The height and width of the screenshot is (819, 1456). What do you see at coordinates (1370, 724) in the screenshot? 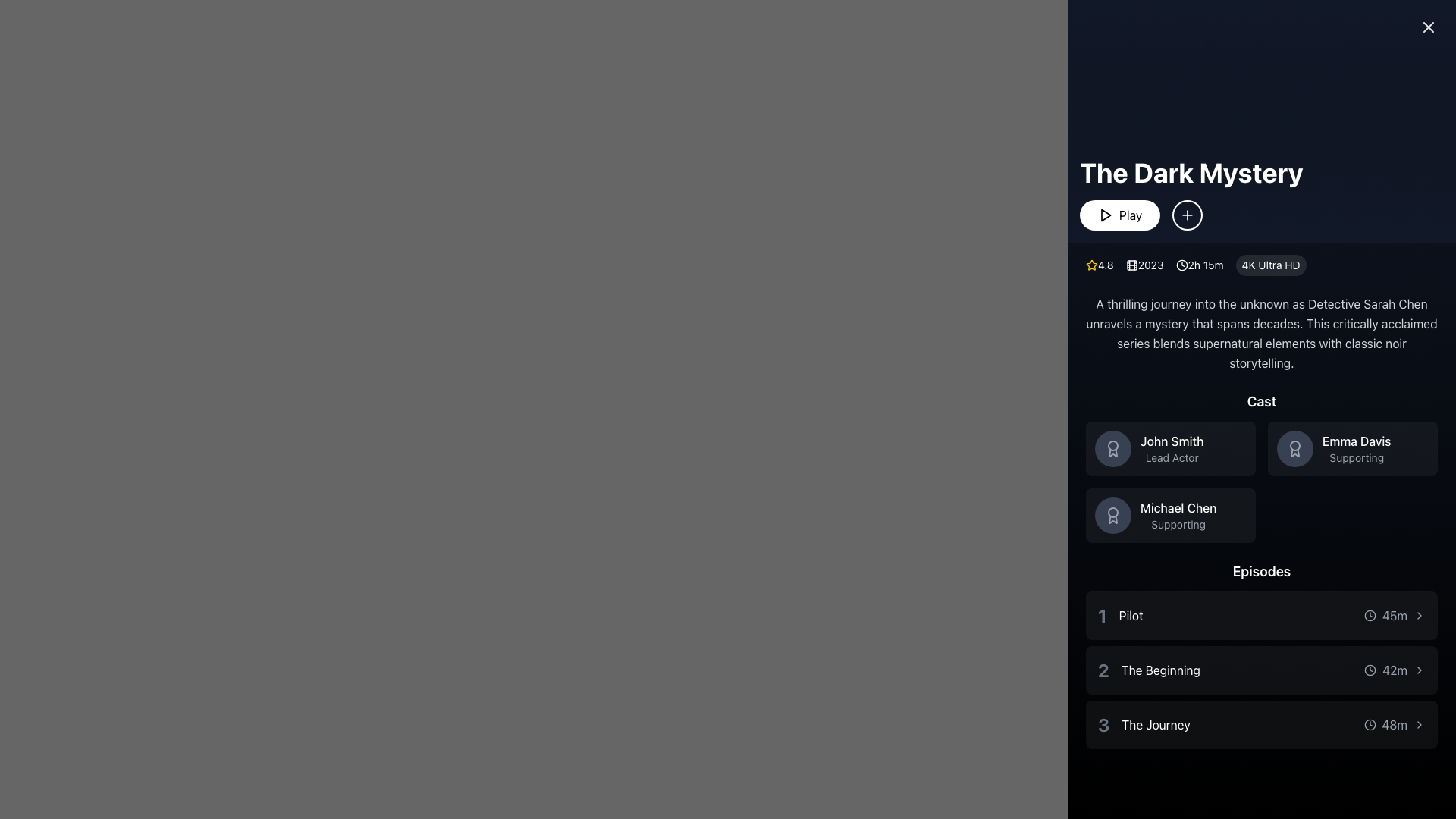
I see `the circular clock icon located to the left of the text '48m' in the episode card labeled 'The Journey'` at bounding box center [1370, 724].